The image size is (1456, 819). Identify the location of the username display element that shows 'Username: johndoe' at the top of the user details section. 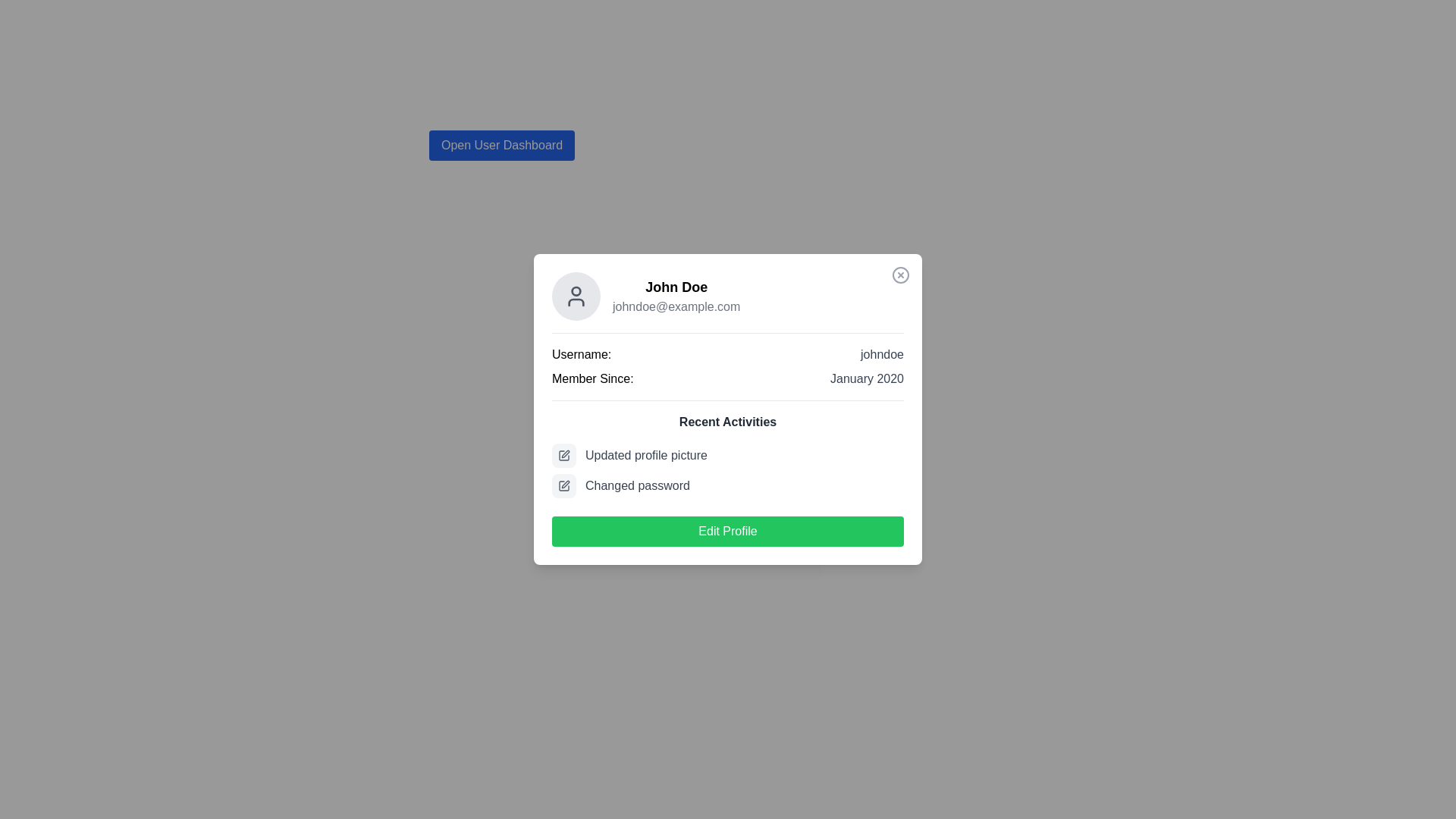
(728, 354).